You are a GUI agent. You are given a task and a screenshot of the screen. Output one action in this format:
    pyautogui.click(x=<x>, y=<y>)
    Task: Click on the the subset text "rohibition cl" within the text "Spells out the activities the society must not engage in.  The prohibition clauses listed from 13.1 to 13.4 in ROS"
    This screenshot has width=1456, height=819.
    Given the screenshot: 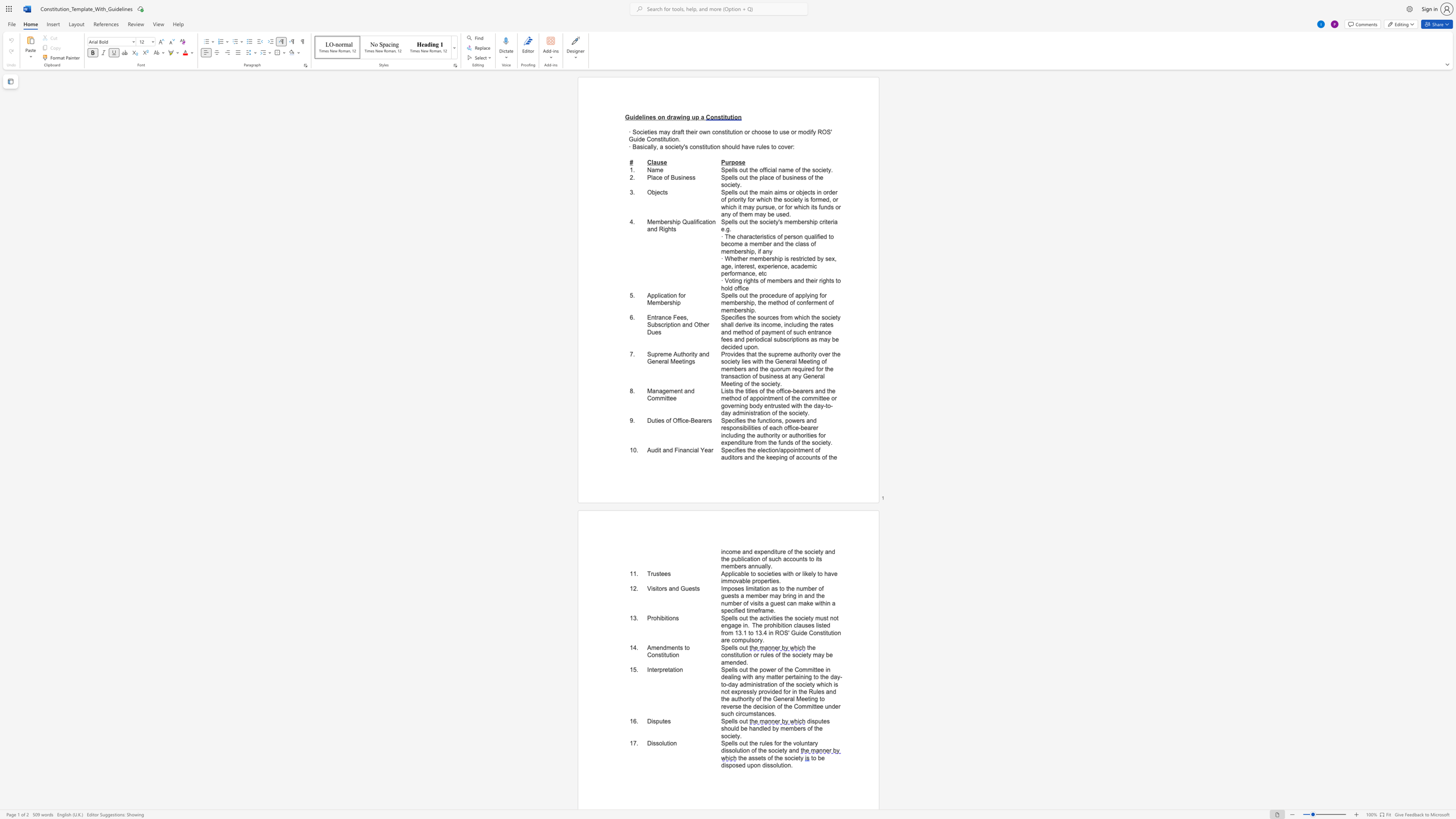 What is the action you would take?
    pyautogui.click(x=767, y=625)
    